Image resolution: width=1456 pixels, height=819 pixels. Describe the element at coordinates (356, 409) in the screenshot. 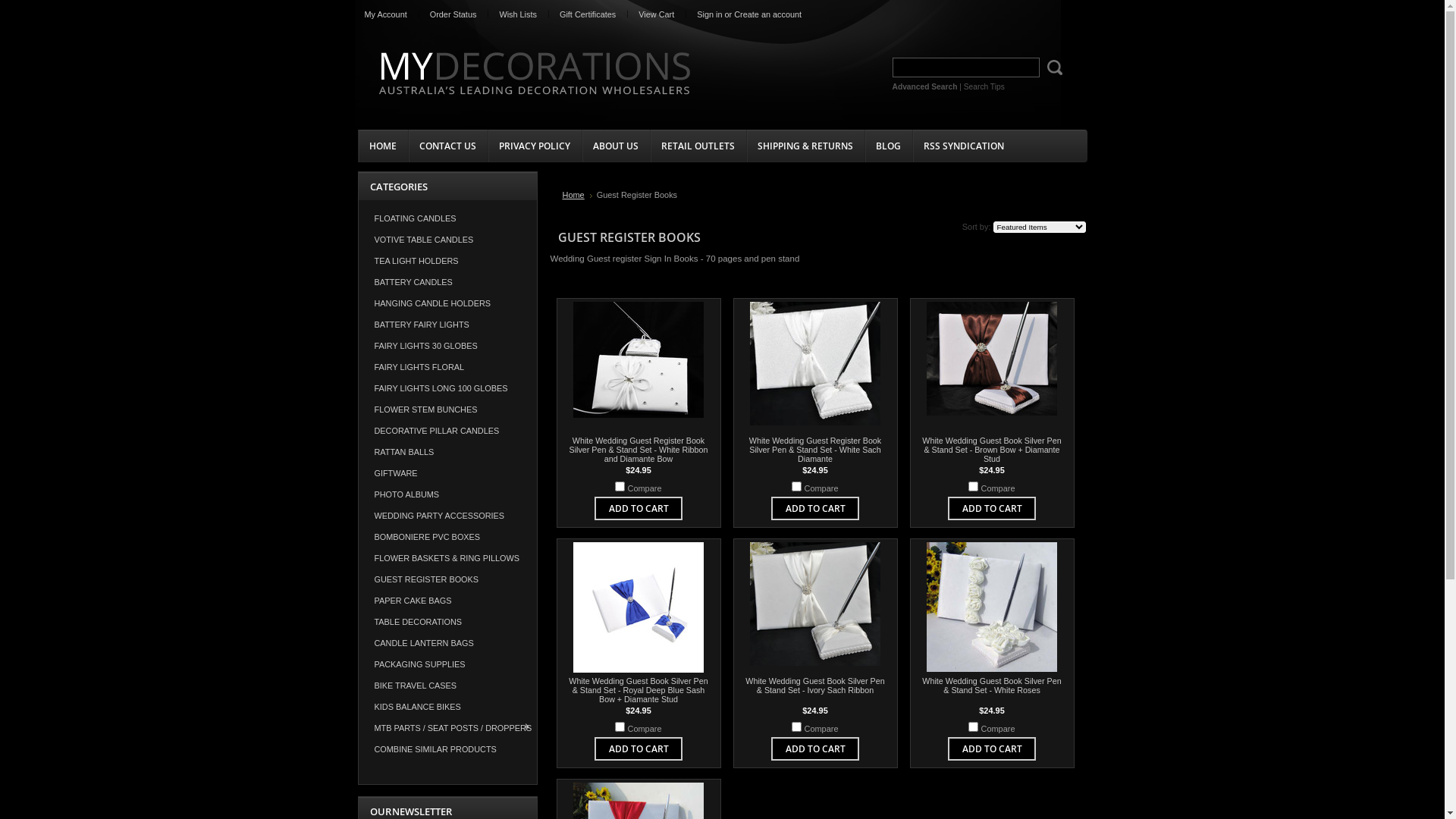

I see `'FLOWER STEM BUNCHES'` at that location.